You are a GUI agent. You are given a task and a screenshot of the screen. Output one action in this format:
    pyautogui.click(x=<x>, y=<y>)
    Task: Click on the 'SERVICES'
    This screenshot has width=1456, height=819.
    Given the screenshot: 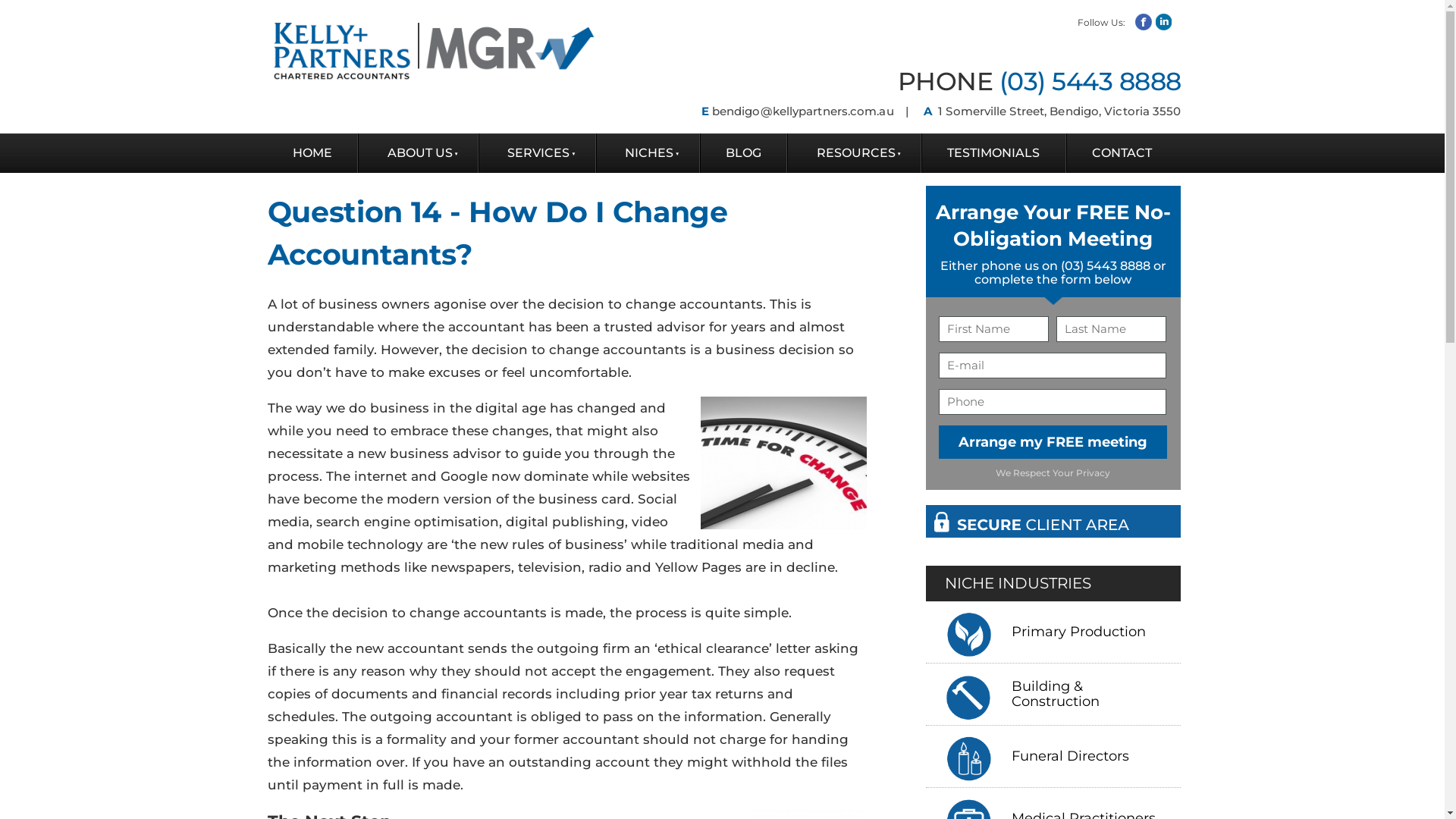 What is the action you would take?
    pyautogui.click(x=479, y=152)
    